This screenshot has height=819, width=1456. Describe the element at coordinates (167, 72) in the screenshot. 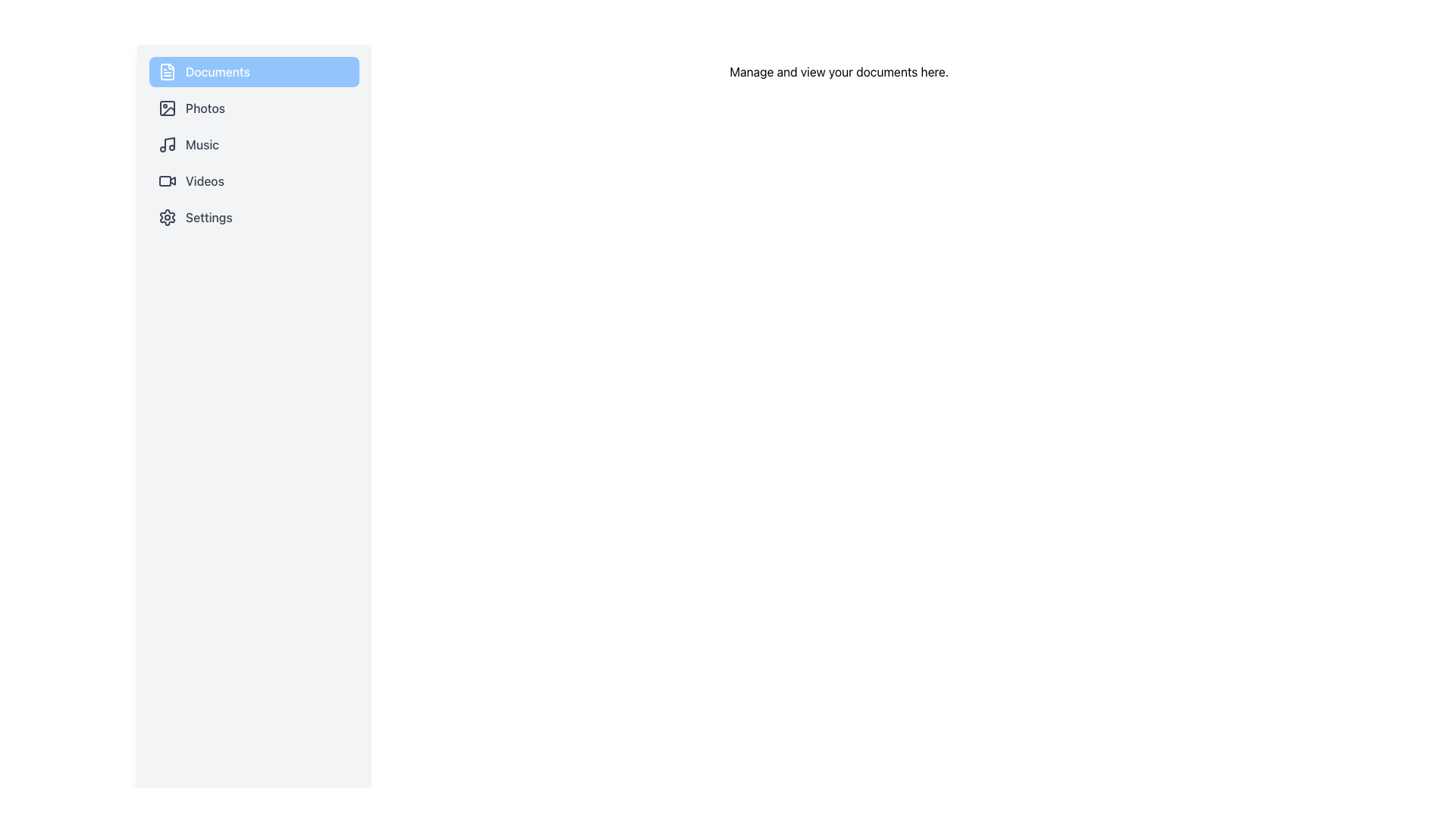

I see `document icon located at the top-left corner of the sidebar menu, which features a rectangular shape with a curved top-left corner and is positioned before the 'Documents' label` at that location.